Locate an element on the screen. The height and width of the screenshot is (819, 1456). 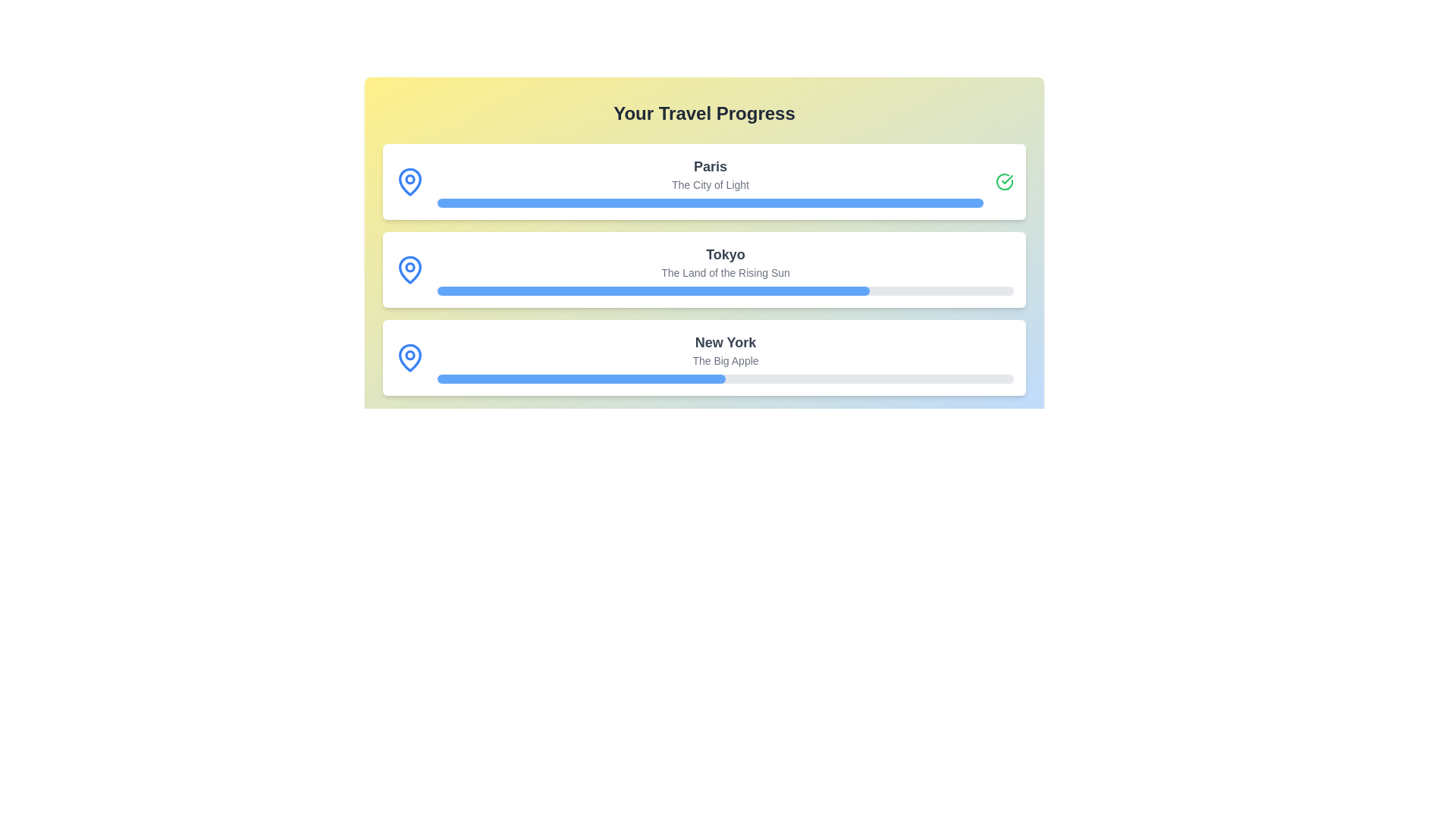
the vertically stacked list of informational cards representing the cities Paris, Tokyo, and New York is located at coordinates (704, 268).